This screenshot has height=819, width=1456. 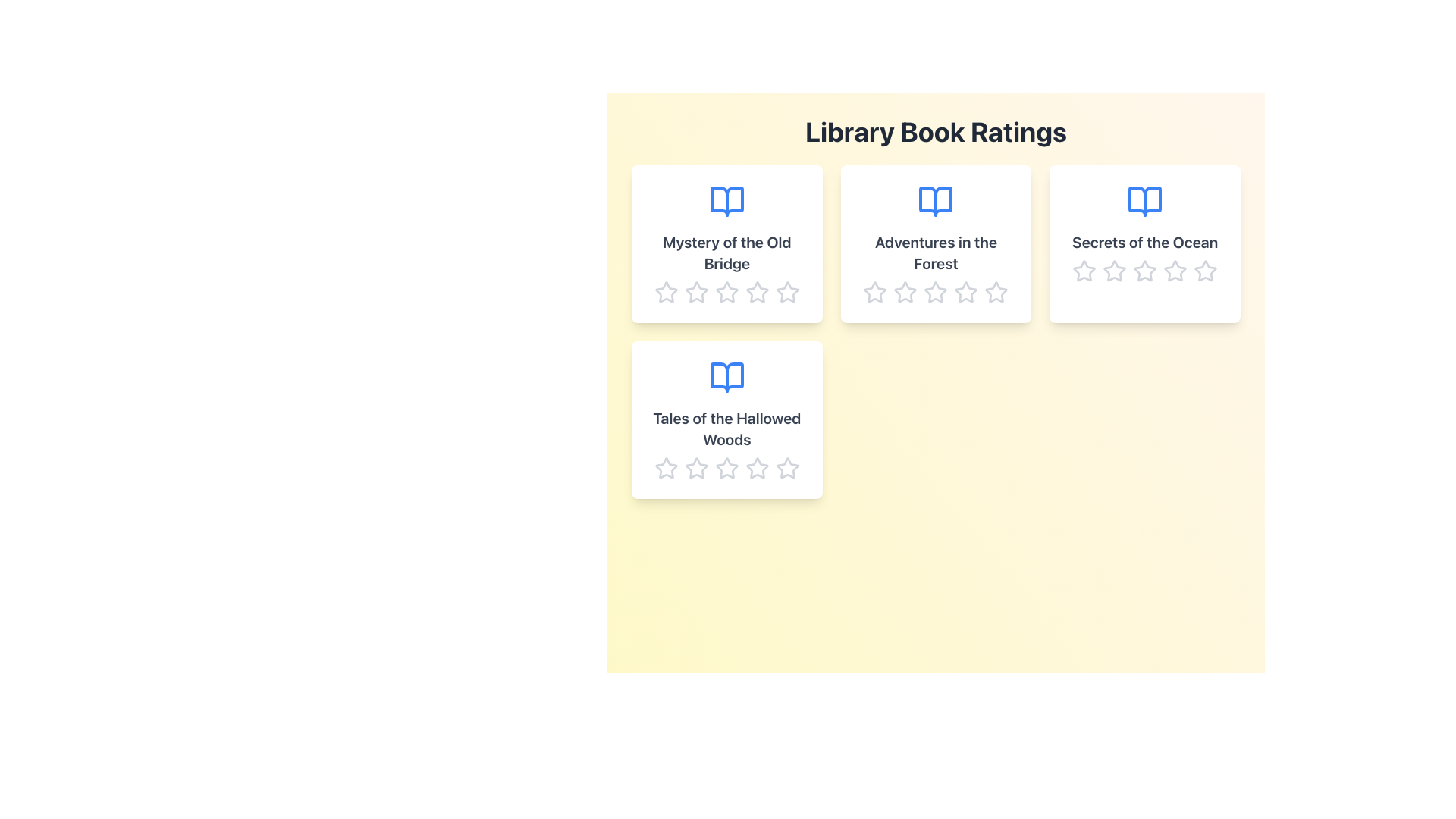 What do you see at coordinates (757, 292) in the screenshot?
I see `the fourth star in the 5-star rating system under the book card for 'Mystery of the Old Bridge'` at bounding box center [757, 292].